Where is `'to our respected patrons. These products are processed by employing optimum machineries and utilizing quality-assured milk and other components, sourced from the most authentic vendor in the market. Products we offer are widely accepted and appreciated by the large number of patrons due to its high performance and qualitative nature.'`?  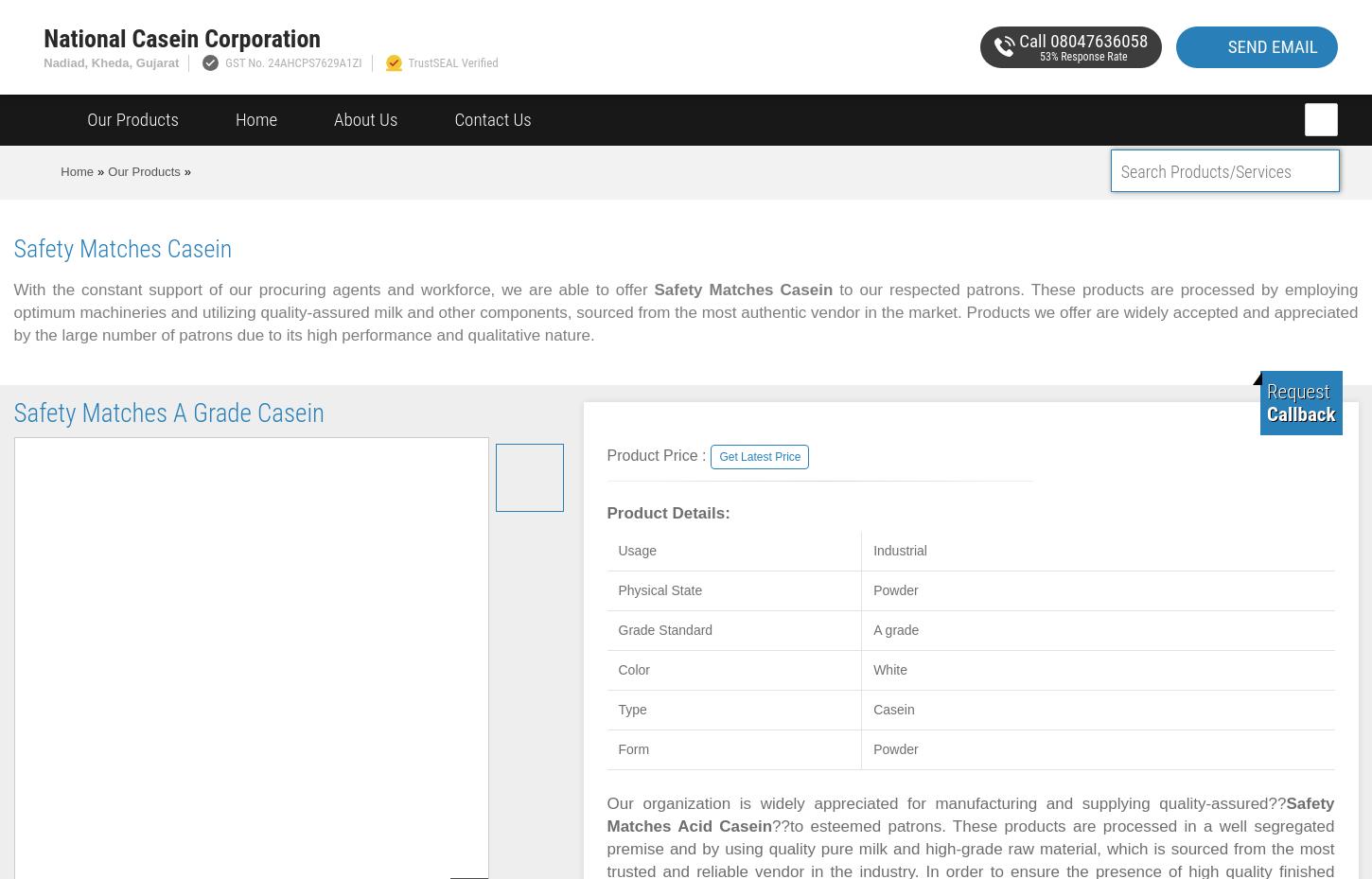
'to our respected patrons. These products are processed by employing optimum machineries and utilizing quality-assured milk and other components, sourced from the most authentic vendor in the market. Products we offer are widely accepted and appreciated by the large number of patrons due to its high performance and qualitative nature.' is located at coordinates (684, 312).